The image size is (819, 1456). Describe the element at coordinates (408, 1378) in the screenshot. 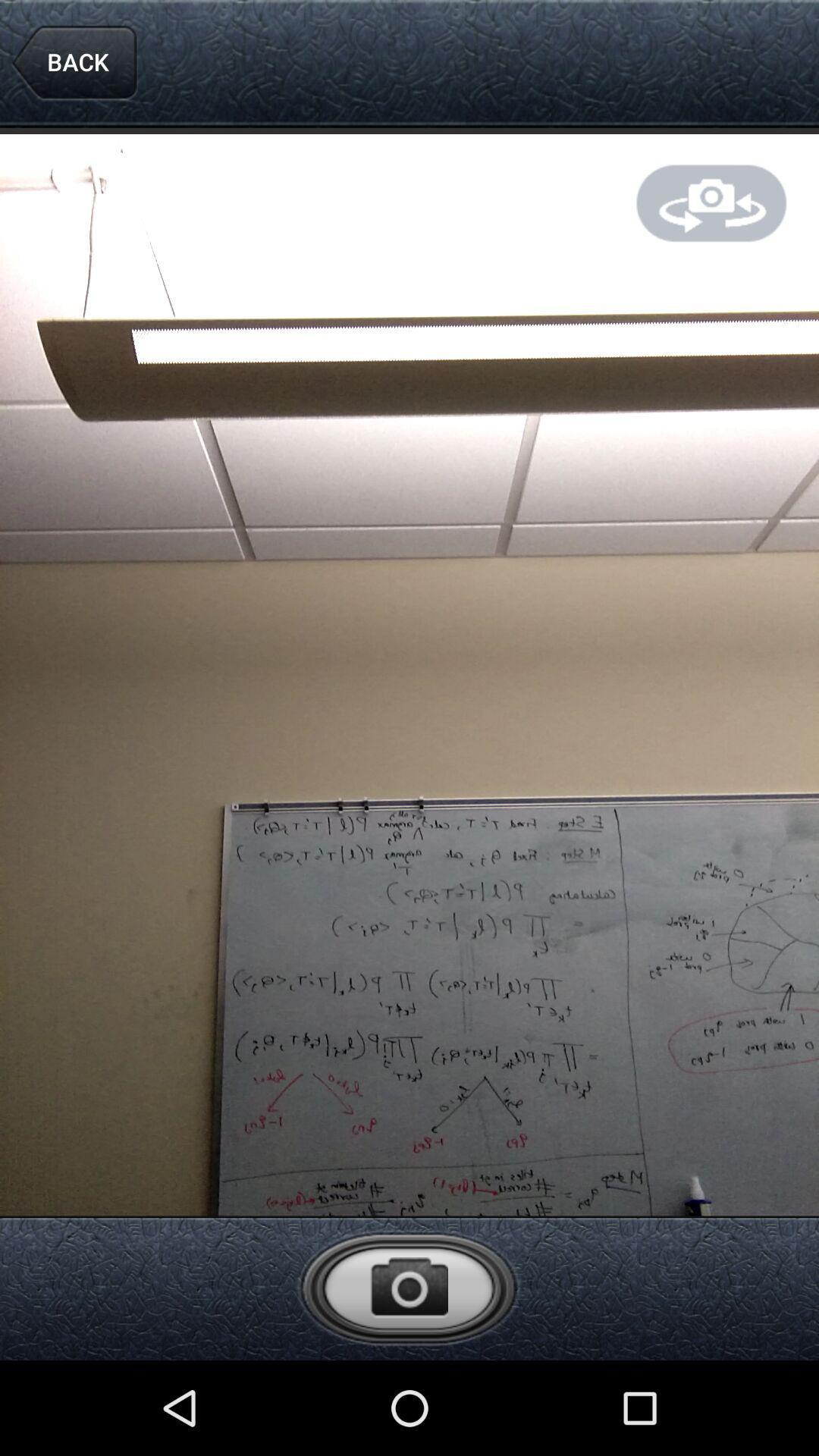

I see `the photo icon` at that location.